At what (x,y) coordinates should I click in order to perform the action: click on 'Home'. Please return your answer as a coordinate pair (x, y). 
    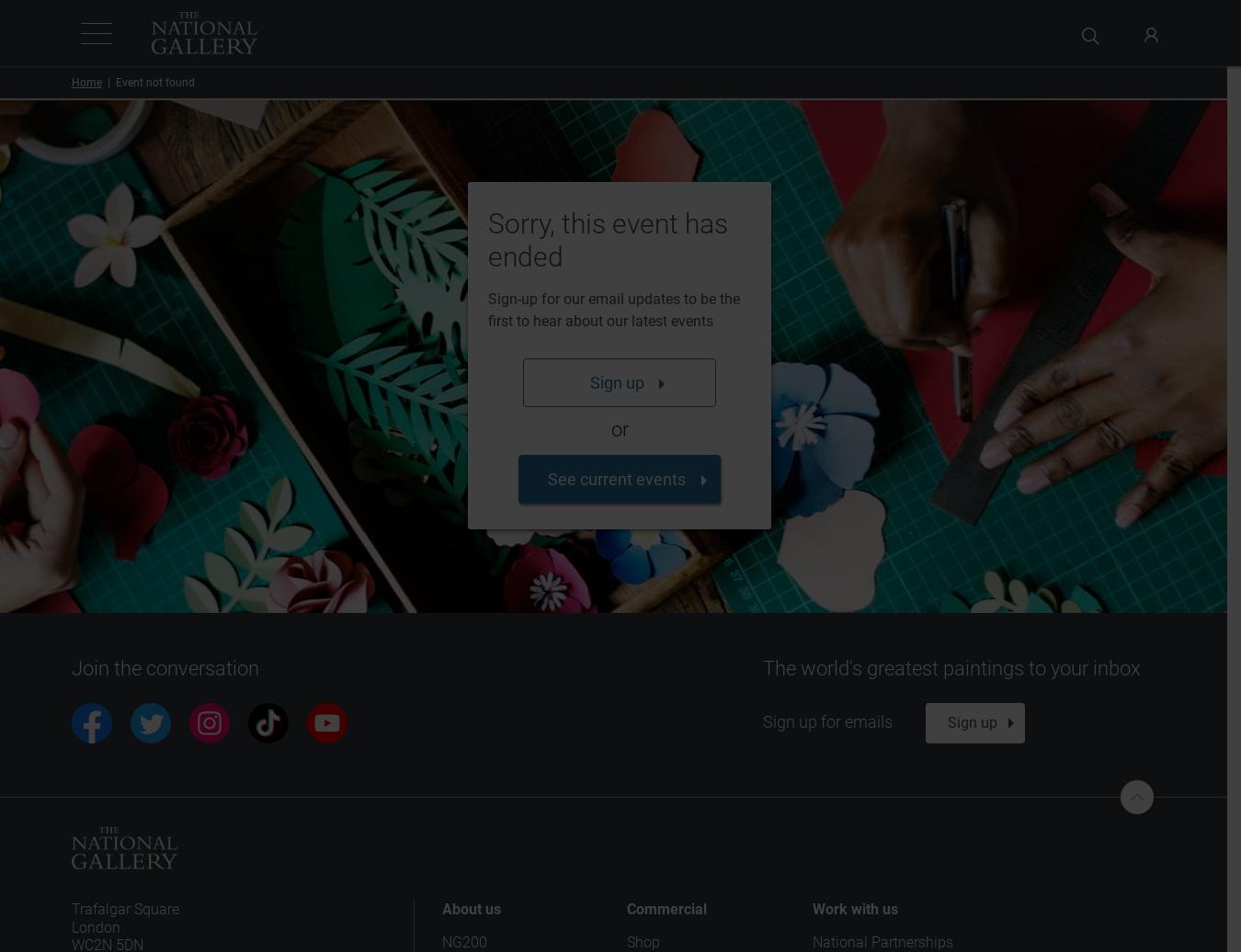
    Looking at the image, I should click on (85, 83).